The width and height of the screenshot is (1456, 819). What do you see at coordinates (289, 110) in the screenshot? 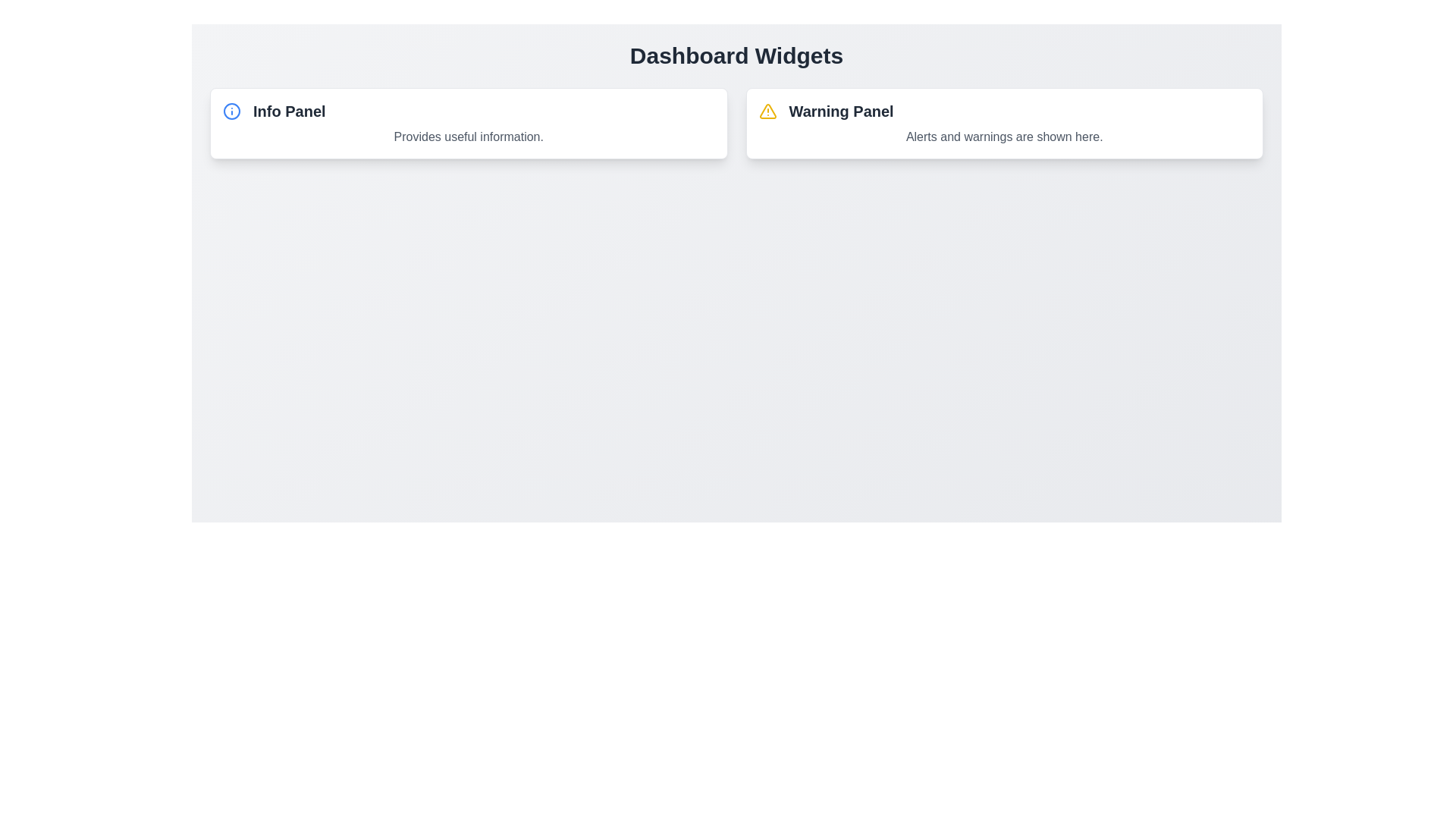
I see `the Text Label displaying 'Info Panel', which is styled with a large, bold, dark gray font and located to the right of an info icon within the upper left quadrant of the interface` at bounding box center [289, 110].